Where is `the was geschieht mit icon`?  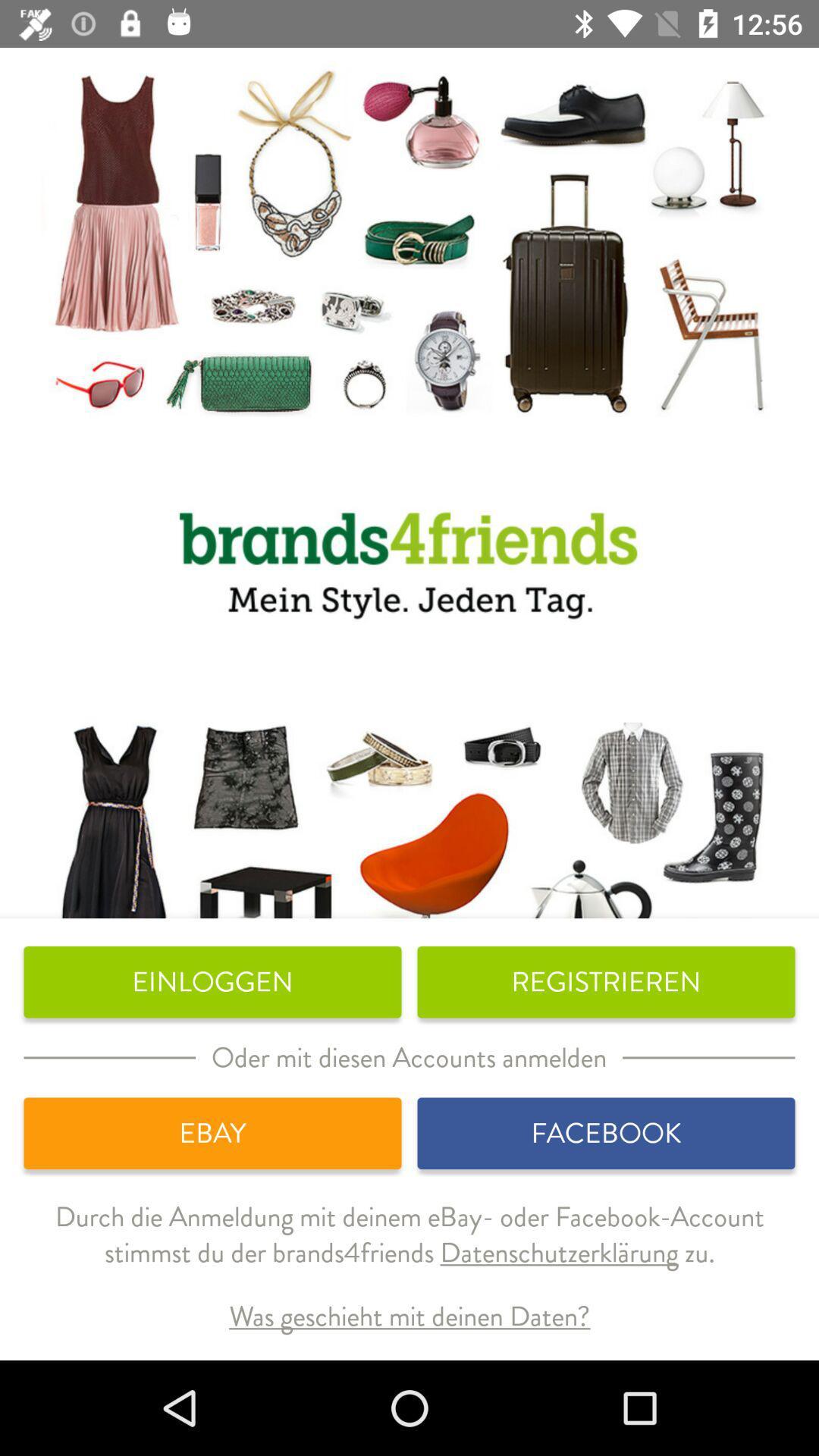
the was geschieht mit icon is located at coordinates (409, 1316).